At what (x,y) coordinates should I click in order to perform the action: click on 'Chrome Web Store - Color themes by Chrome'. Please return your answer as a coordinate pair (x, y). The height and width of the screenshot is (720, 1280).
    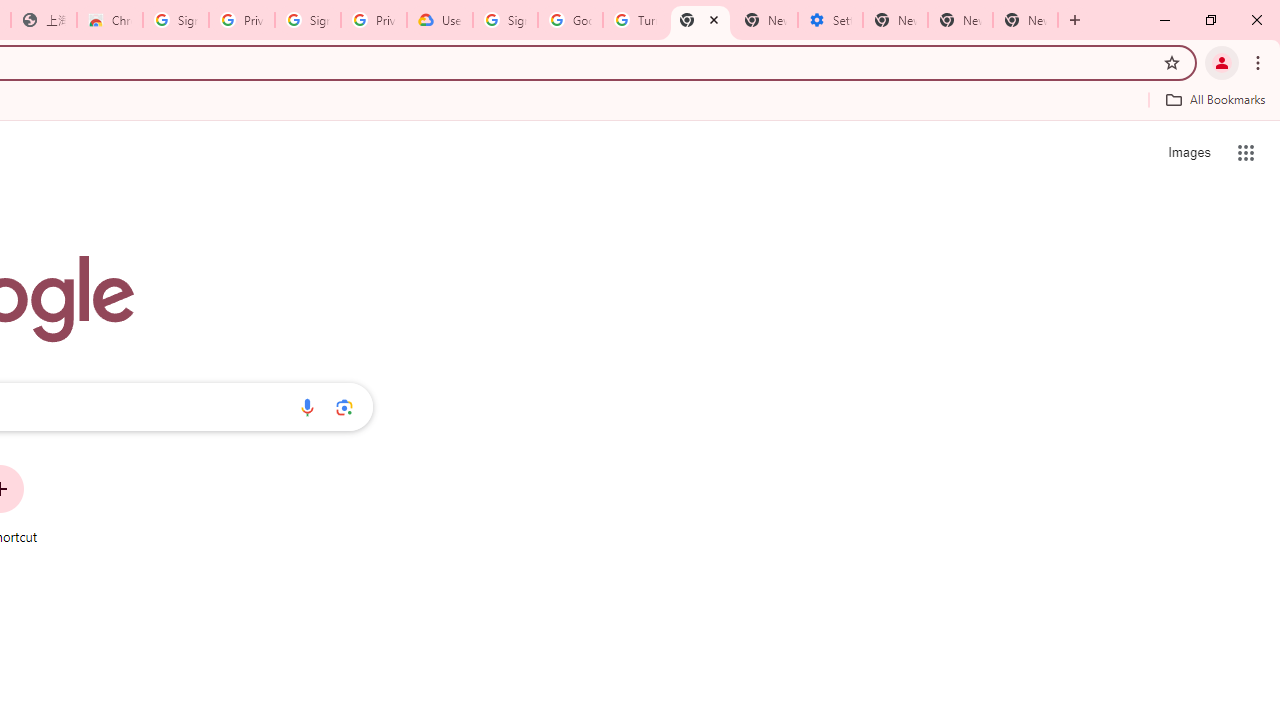
    Looking at the image, I should click on (109, 20).